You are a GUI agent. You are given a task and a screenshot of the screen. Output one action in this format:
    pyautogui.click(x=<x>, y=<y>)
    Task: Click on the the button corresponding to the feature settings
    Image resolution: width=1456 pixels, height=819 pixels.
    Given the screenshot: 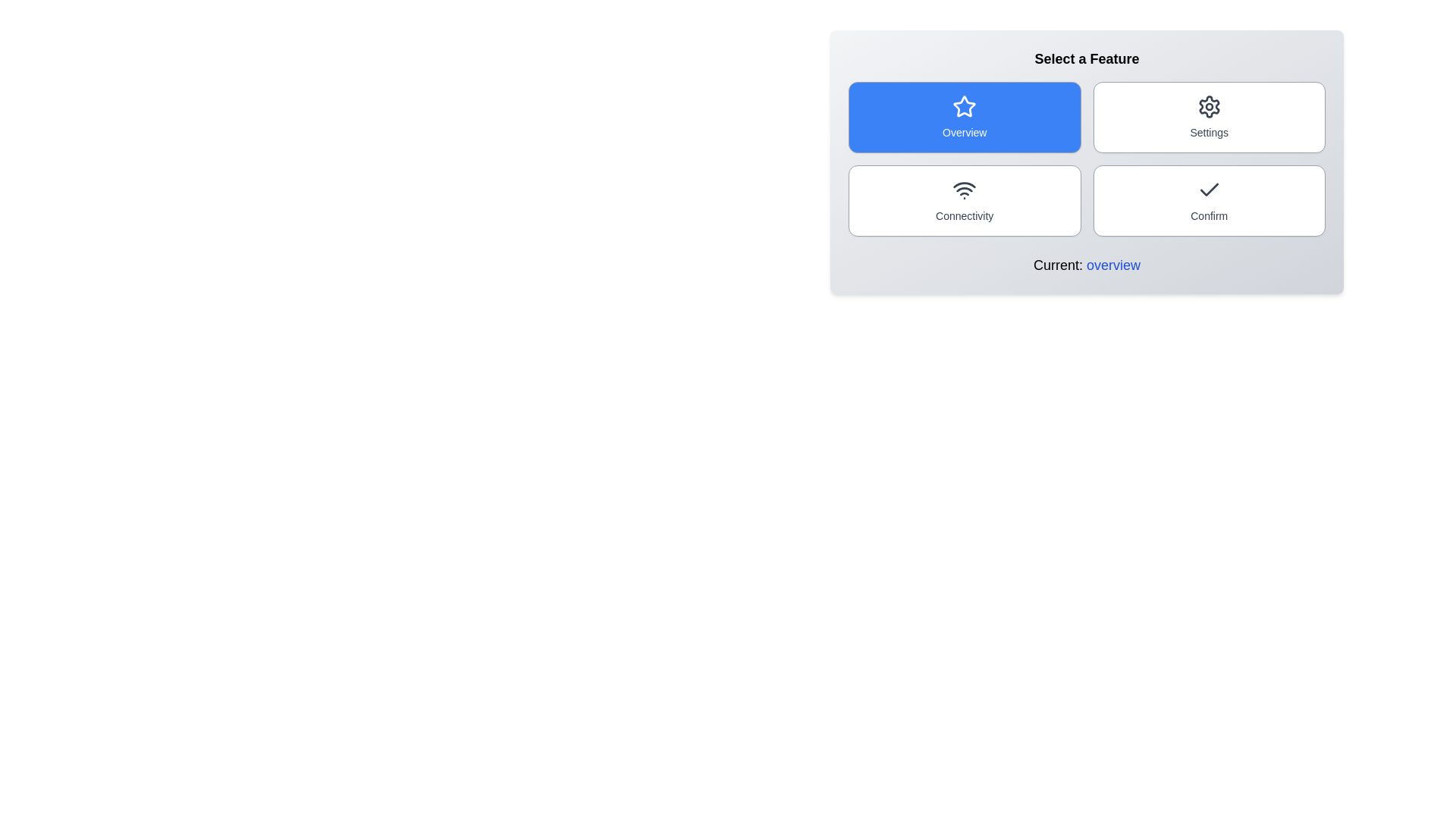 What is the action you would take?
    pyautogui.click(x=1208, y=116)
    